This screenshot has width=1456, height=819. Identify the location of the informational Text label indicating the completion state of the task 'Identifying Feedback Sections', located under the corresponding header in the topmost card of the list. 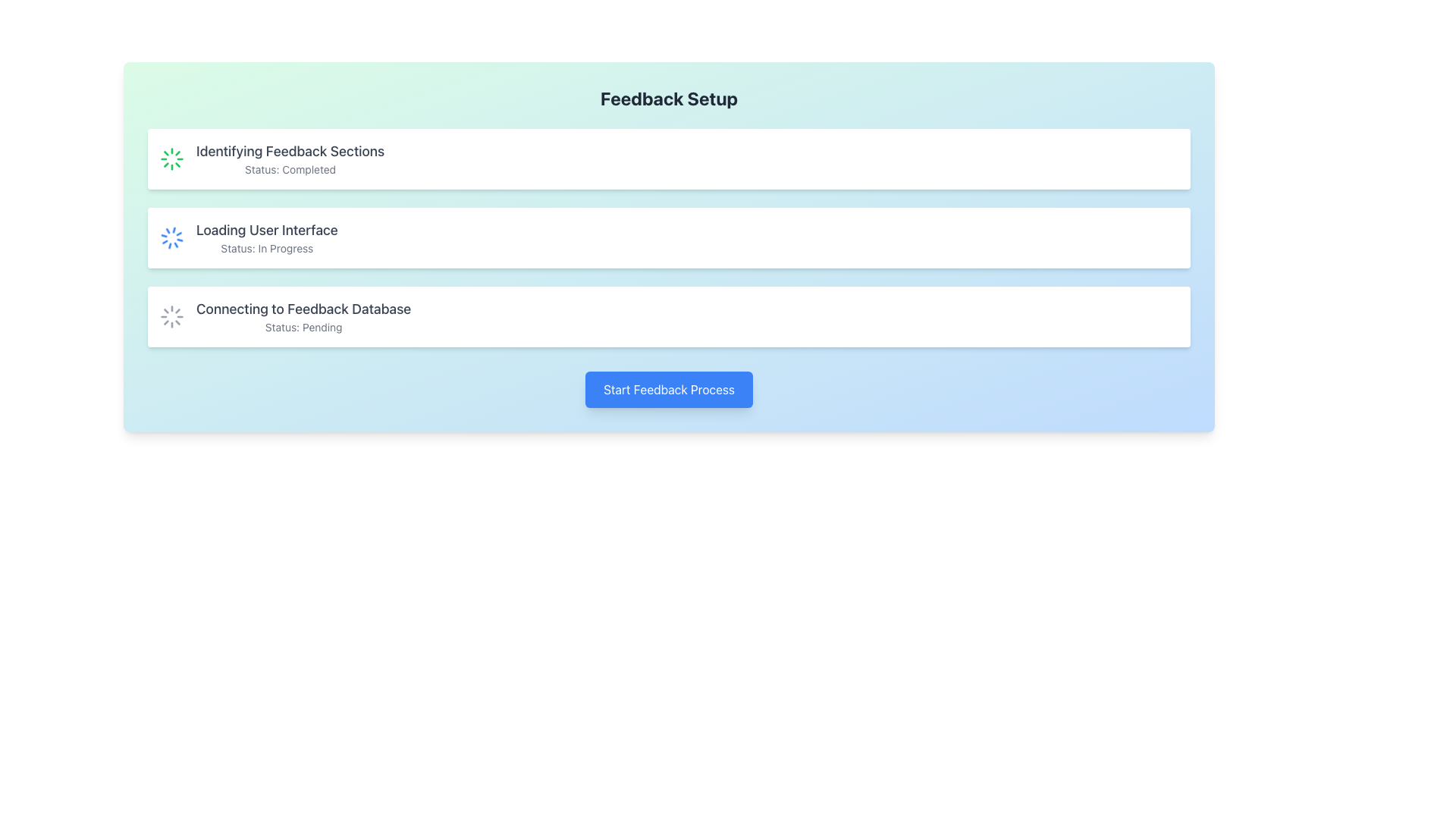
(290, 169).